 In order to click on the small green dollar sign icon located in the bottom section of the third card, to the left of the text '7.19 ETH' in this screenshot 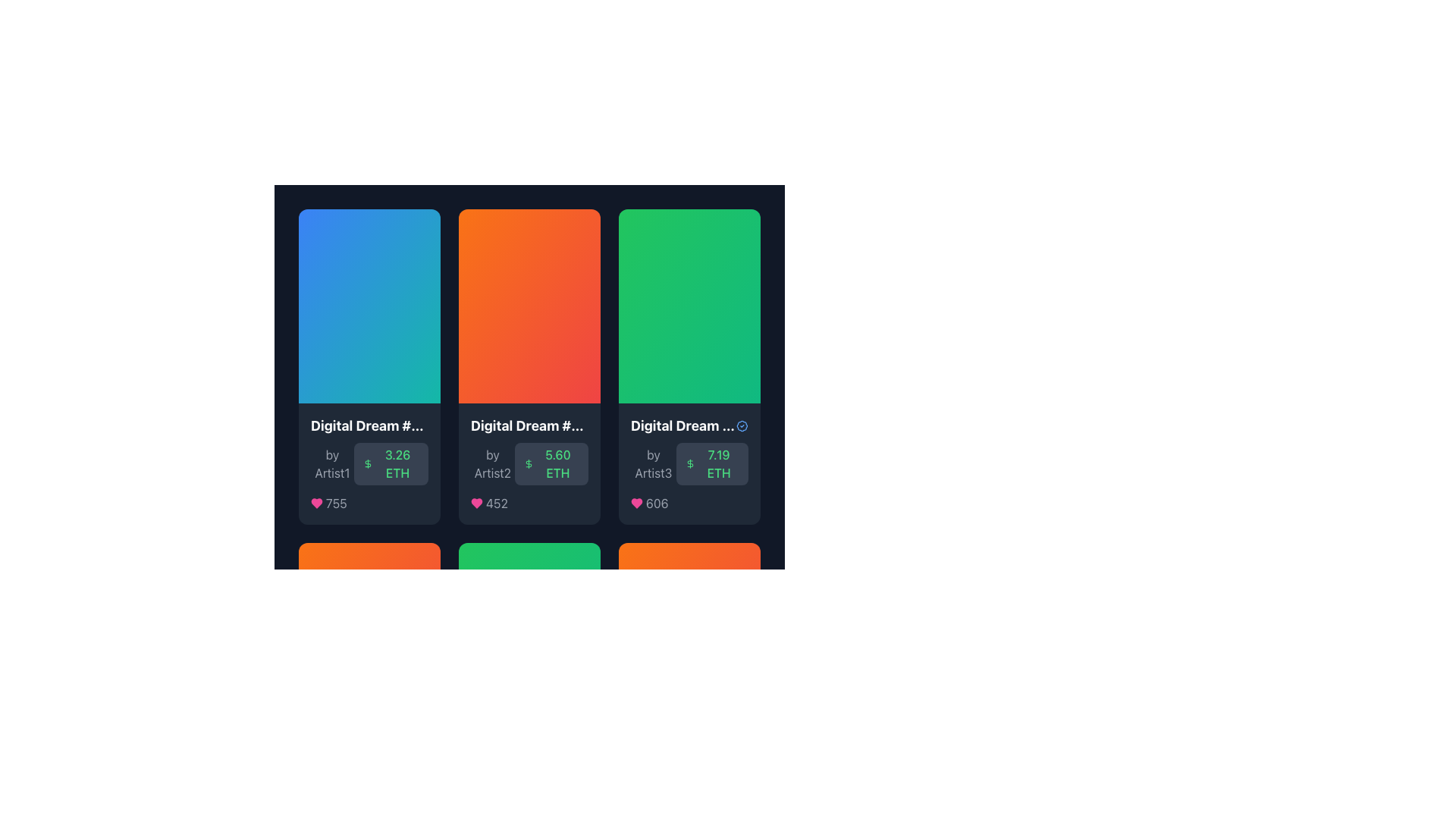, I will do `click(689, 463)`.